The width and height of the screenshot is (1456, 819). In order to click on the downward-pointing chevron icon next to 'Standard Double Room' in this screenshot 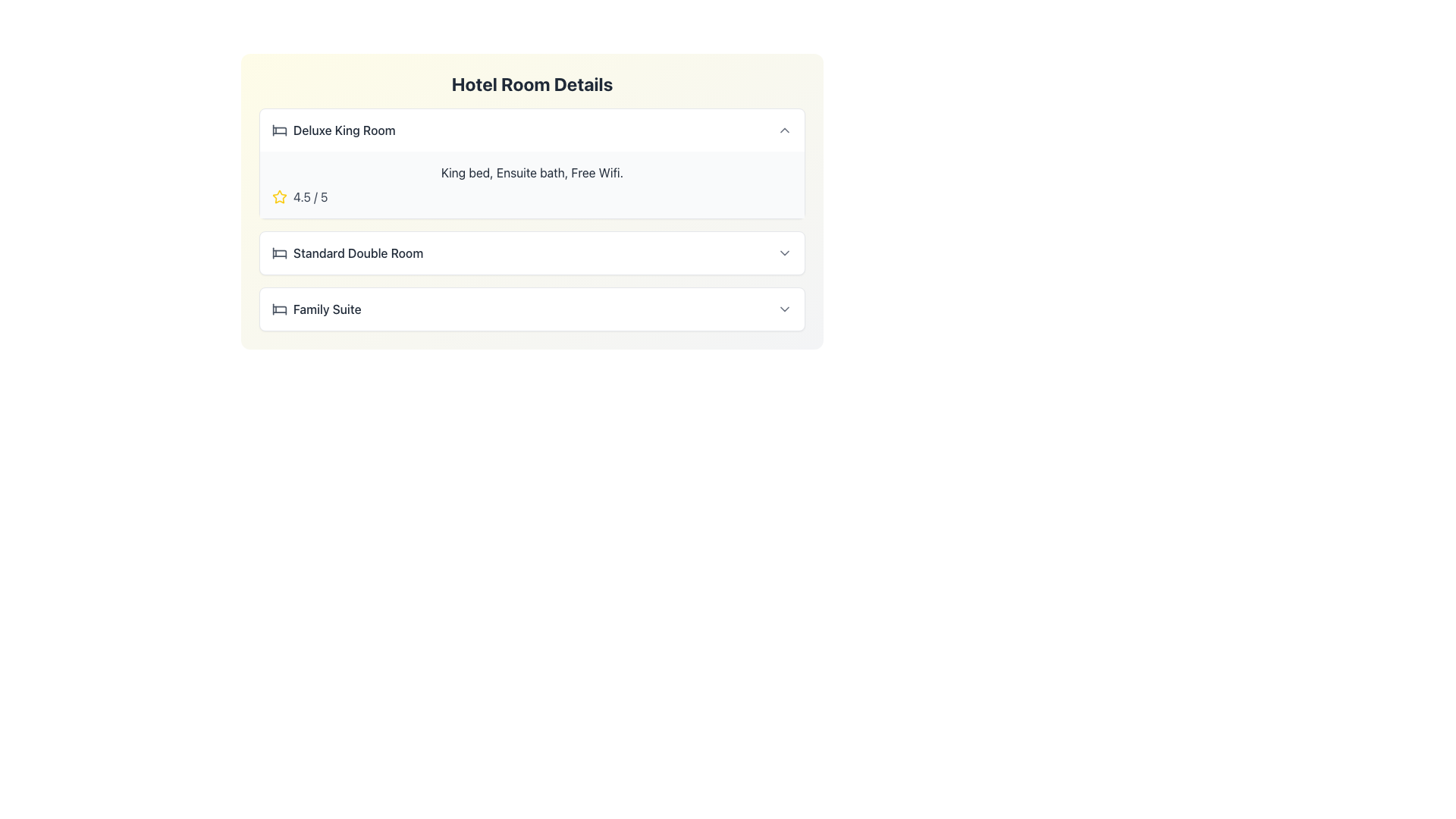, I will do `click(785, 253)`.